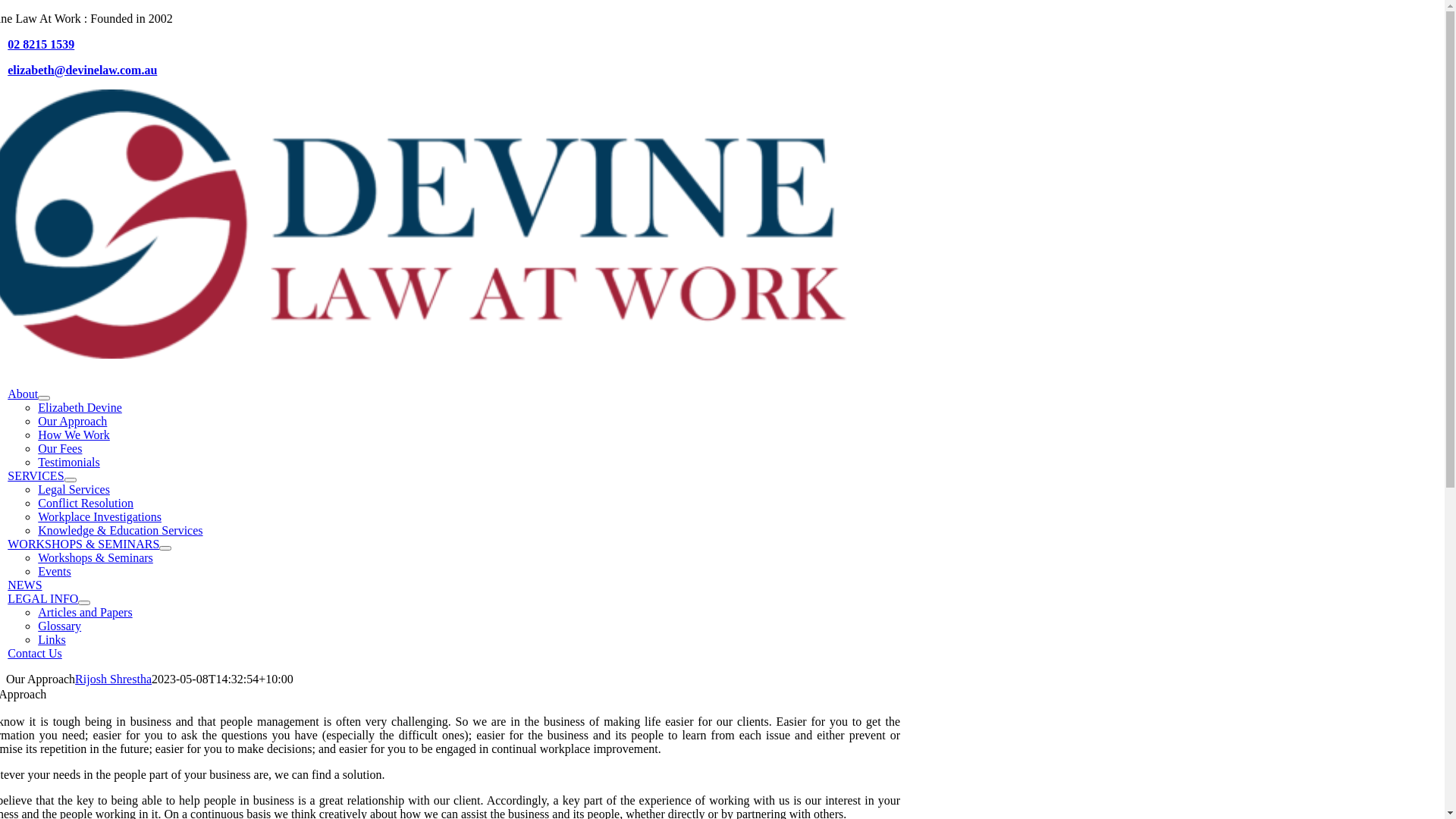  Describe the element at coordinates (94, 557) in the screenshot. I see `'Workshops & Seminars'` at that location.